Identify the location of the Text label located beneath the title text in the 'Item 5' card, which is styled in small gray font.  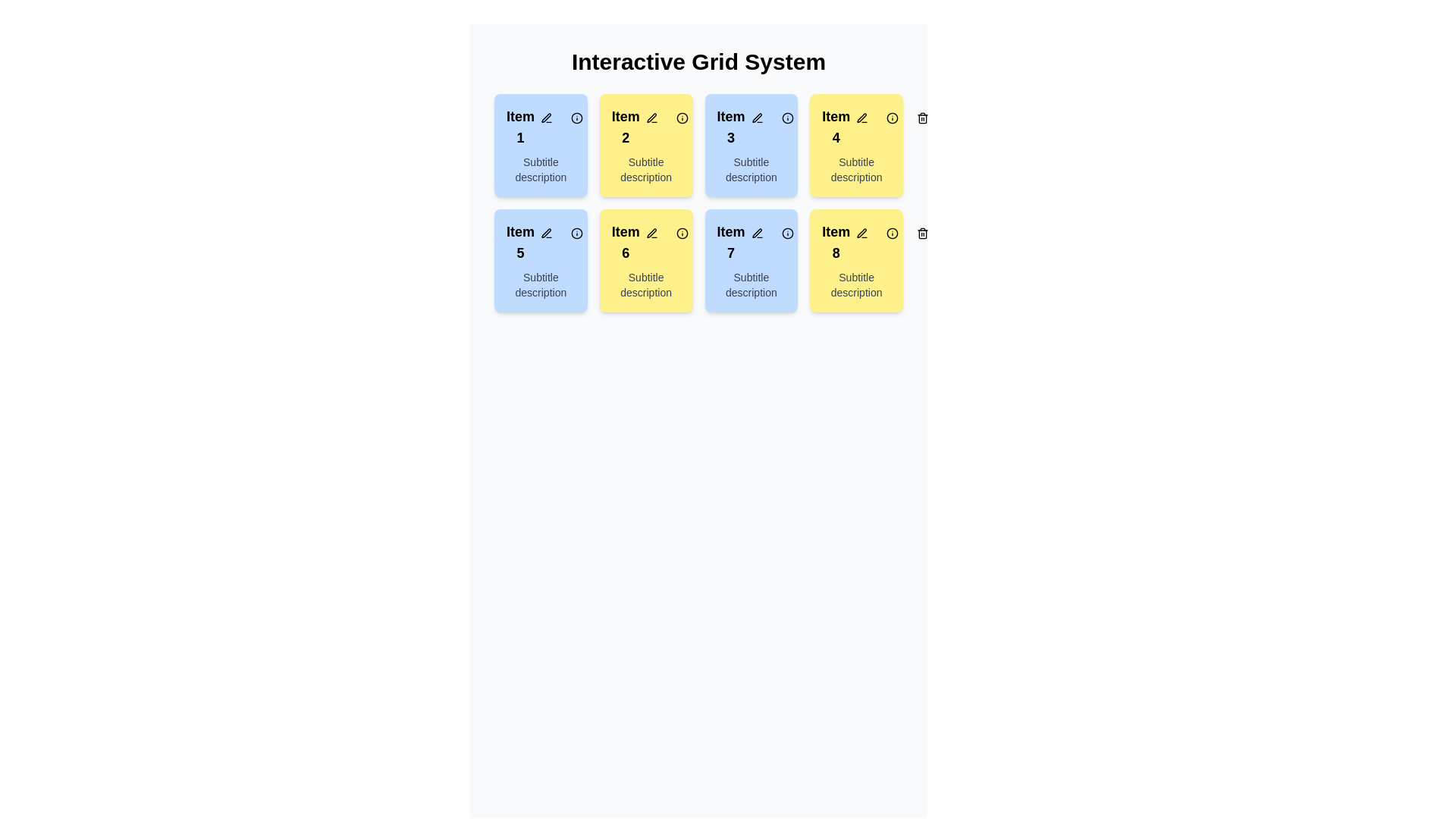
(541, 284).